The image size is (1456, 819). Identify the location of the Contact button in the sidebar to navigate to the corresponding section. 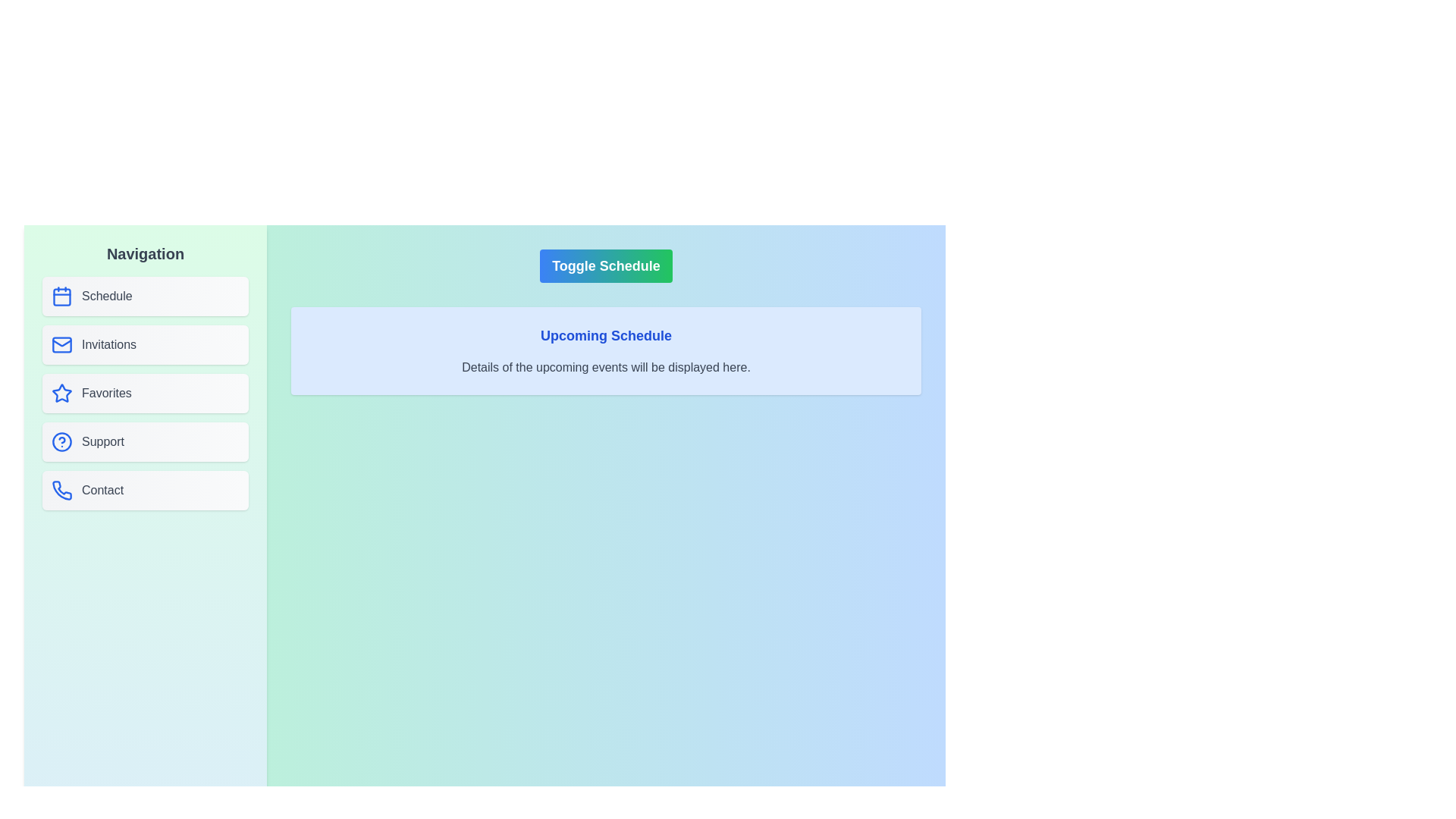
(146, 491).